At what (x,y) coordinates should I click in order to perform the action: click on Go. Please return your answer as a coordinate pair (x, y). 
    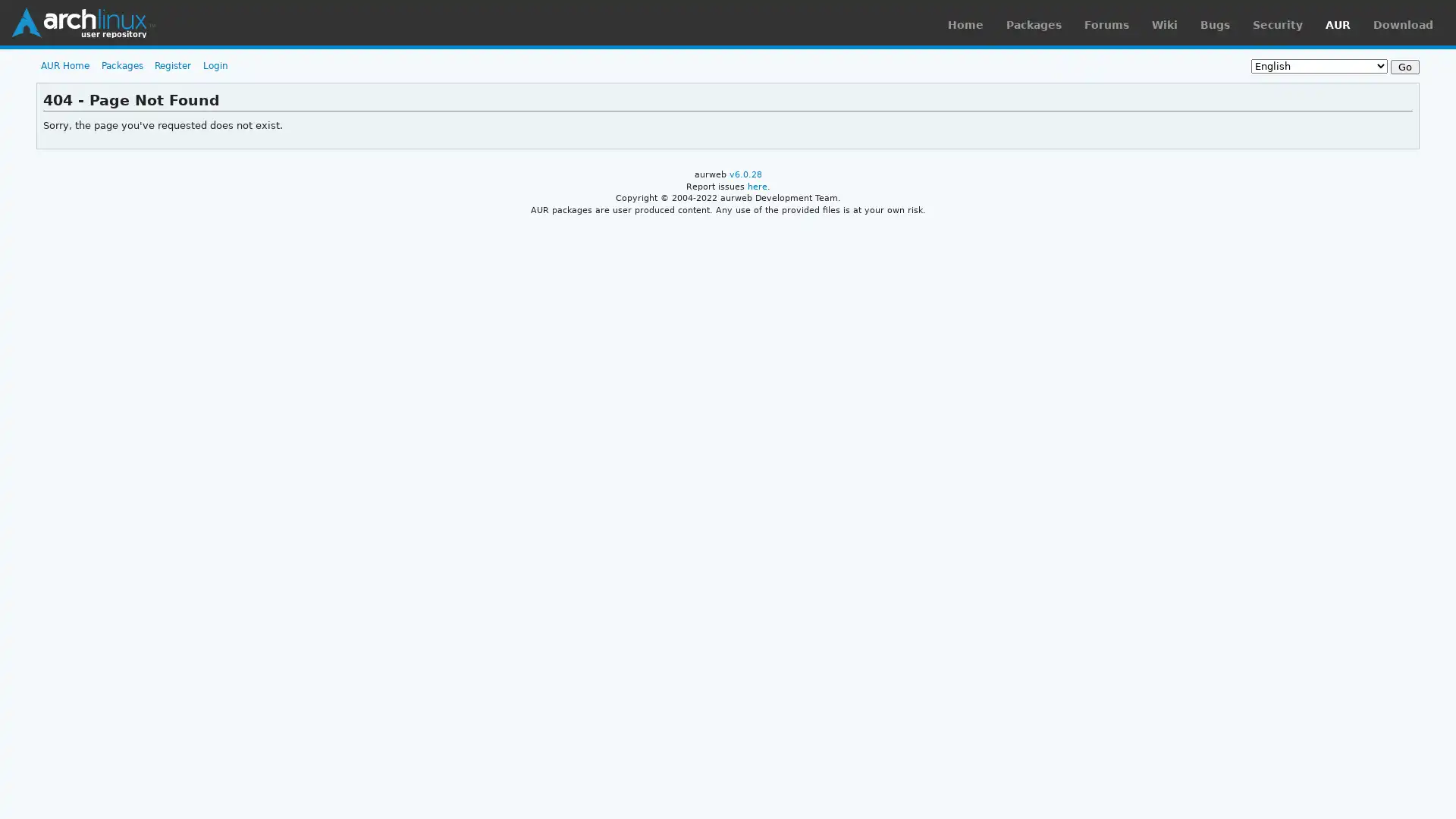
    Looking at the image, I should click on (1404, 66).